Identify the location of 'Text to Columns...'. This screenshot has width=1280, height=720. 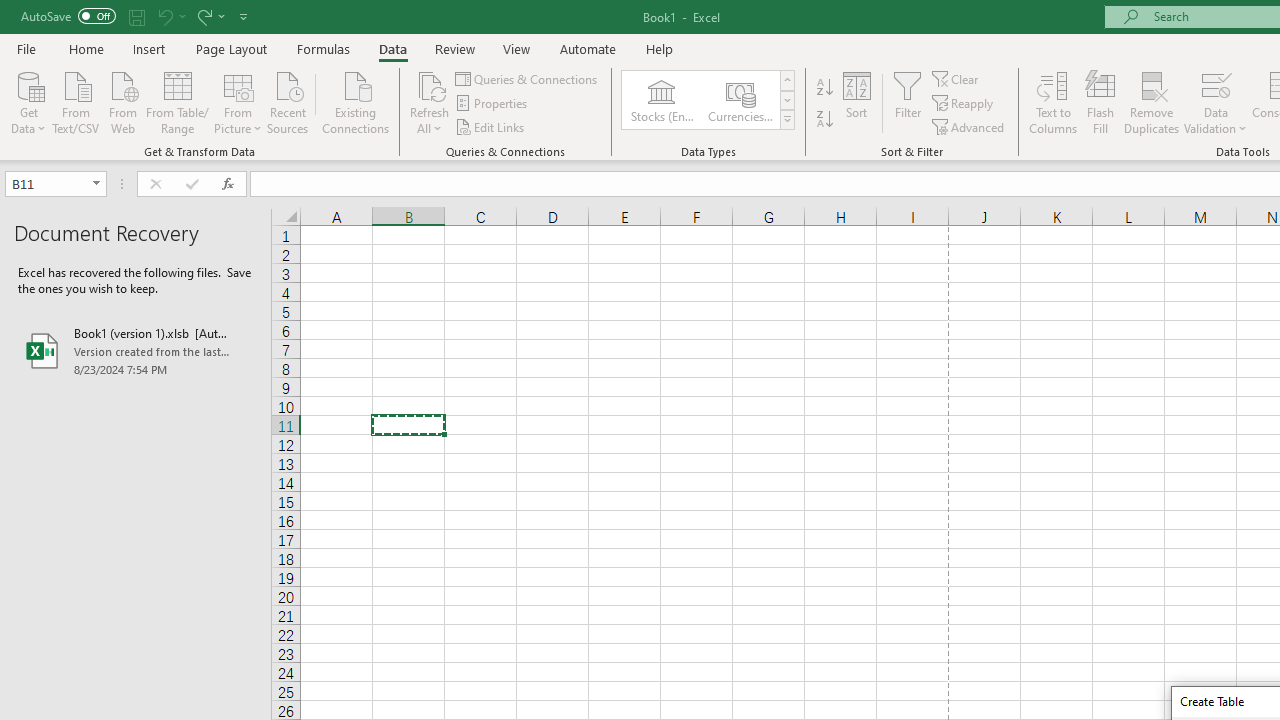
(1052, 103).